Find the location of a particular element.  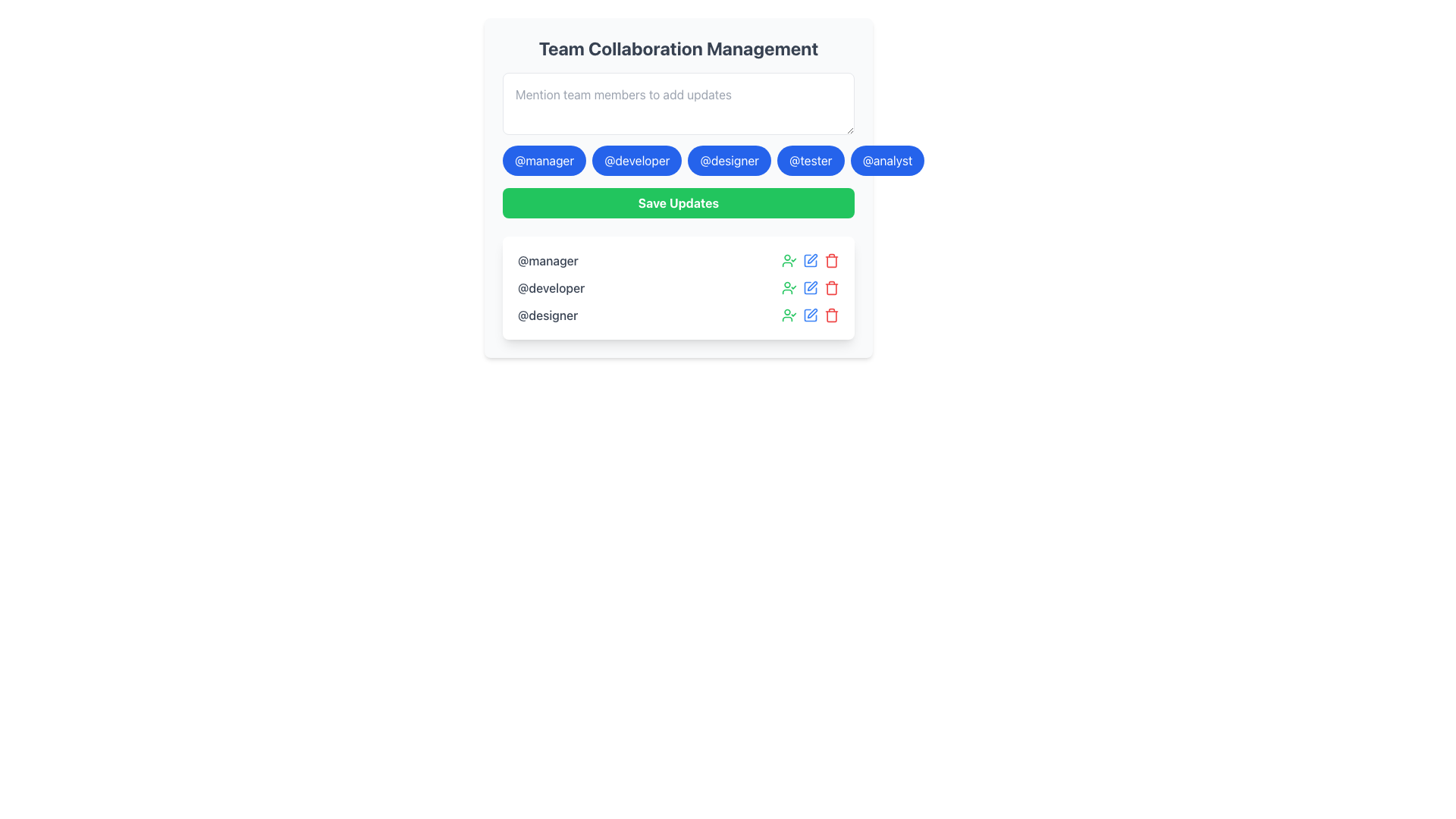

the static text label '@manager' which is styled in medium-sized gray font and located in the first row of team members, to the left of action icons is located at coordinates (547, 259).